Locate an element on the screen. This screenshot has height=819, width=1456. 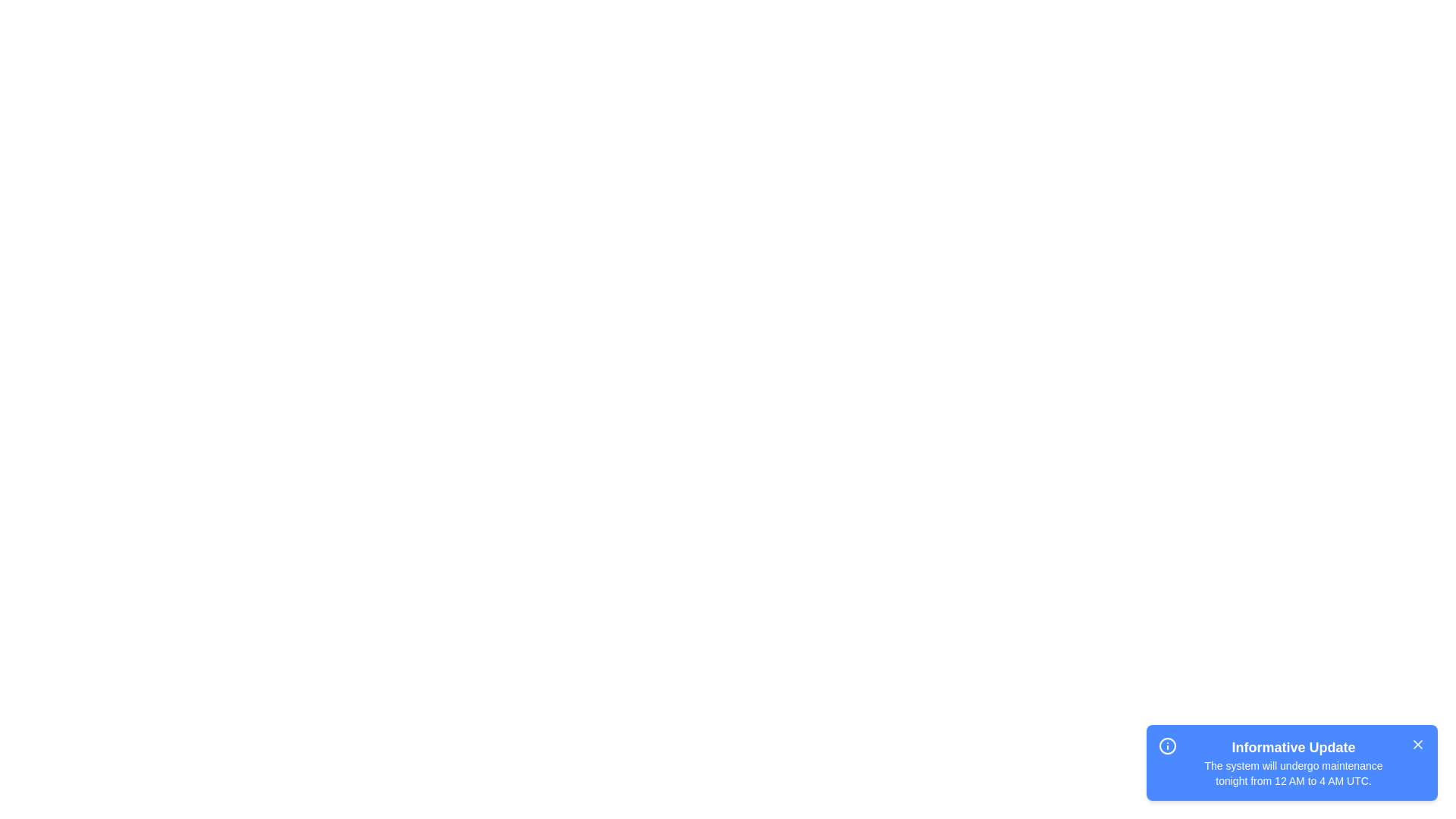
the close button of the snackbar to dismiss it is located at coordinates (1417, 744).